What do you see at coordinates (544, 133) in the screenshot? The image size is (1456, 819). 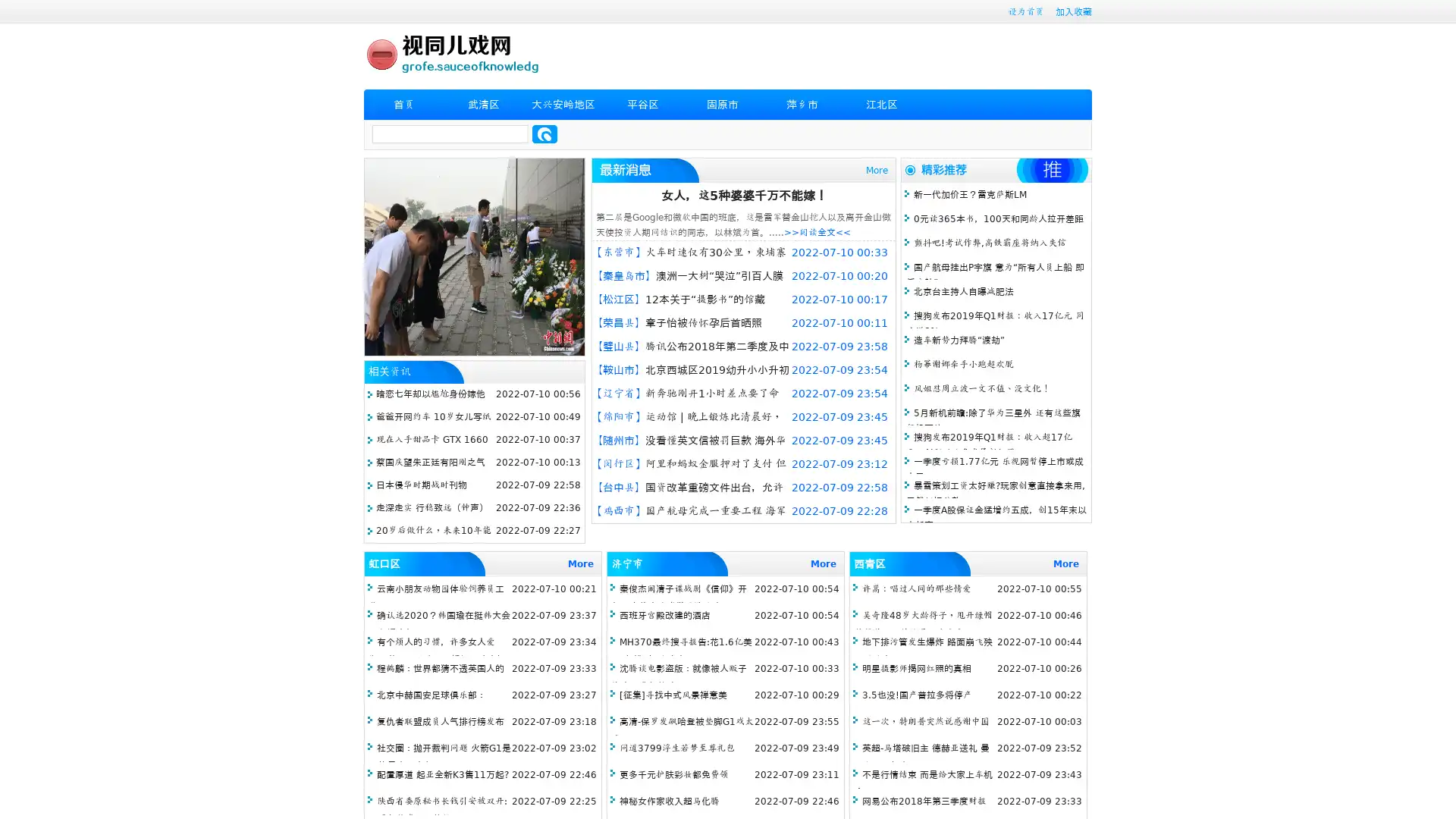 I see `Search` at bounding box center [544, 133].